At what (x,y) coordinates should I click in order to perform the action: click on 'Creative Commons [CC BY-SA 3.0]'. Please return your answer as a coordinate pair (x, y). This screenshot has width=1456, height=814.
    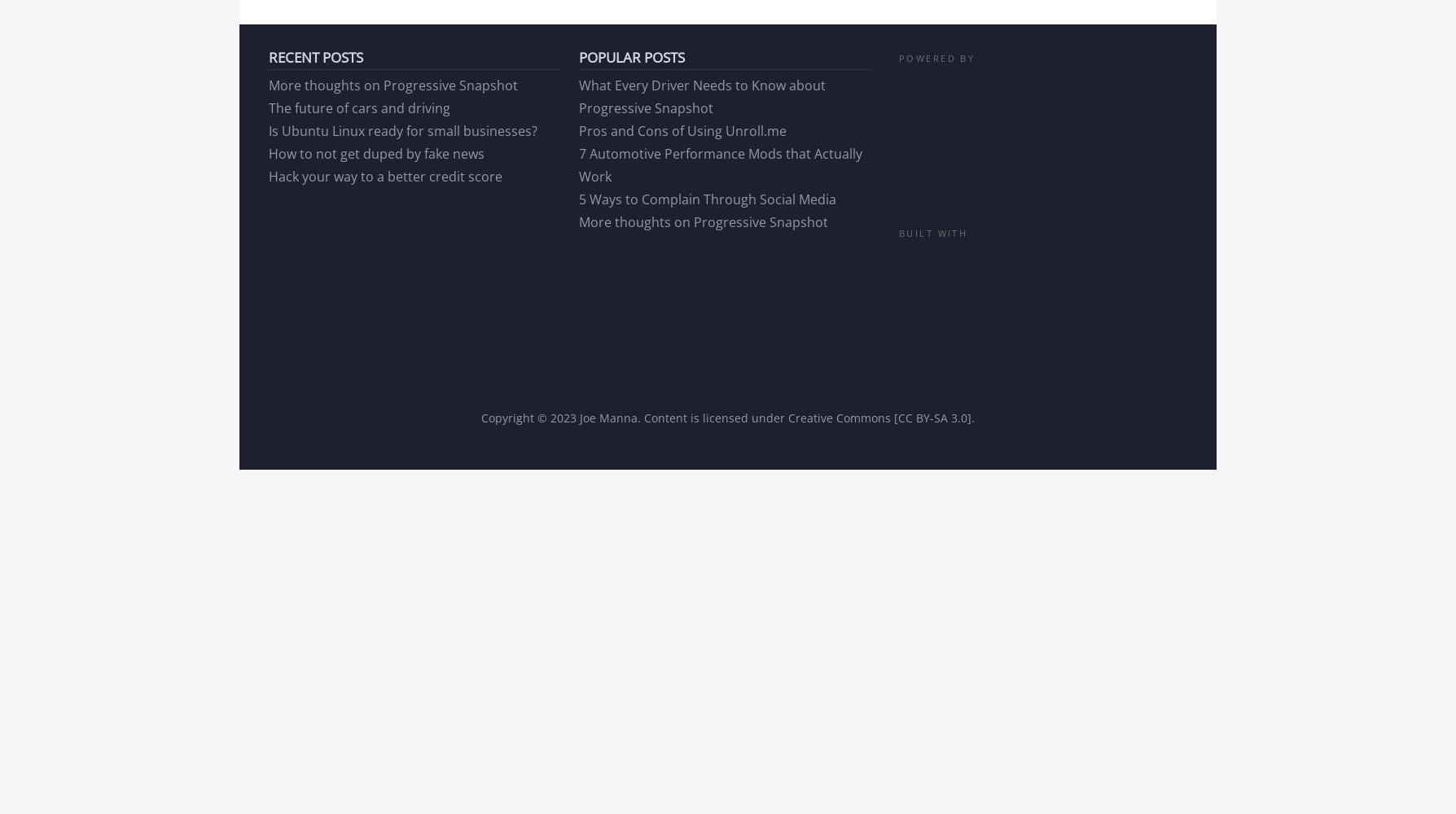
    Looking at the image, I should click on (879, 418).